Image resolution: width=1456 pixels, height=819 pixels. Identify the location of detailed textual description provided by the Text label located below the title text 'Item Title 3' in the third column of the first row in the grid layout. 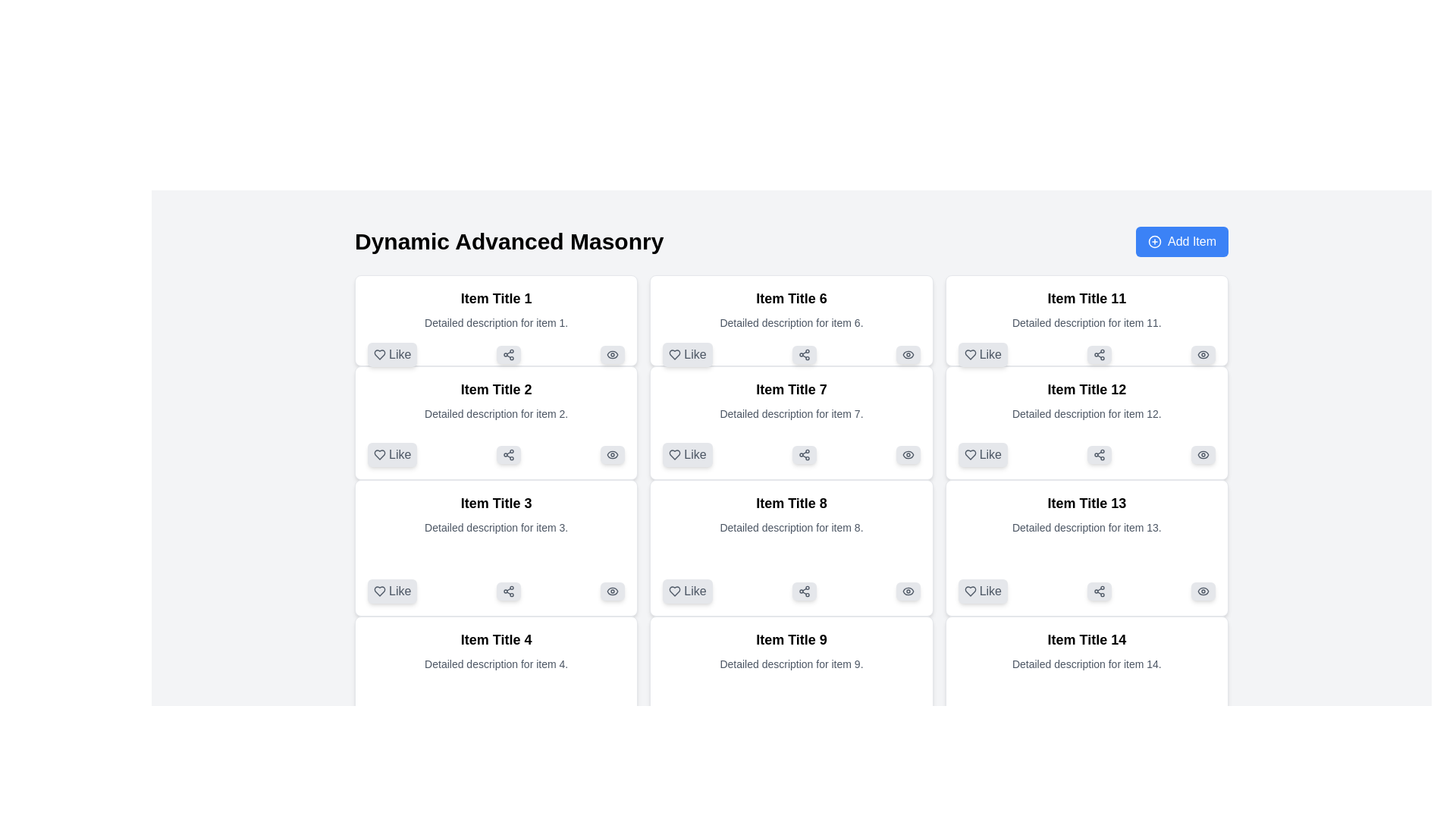
(496, 526).